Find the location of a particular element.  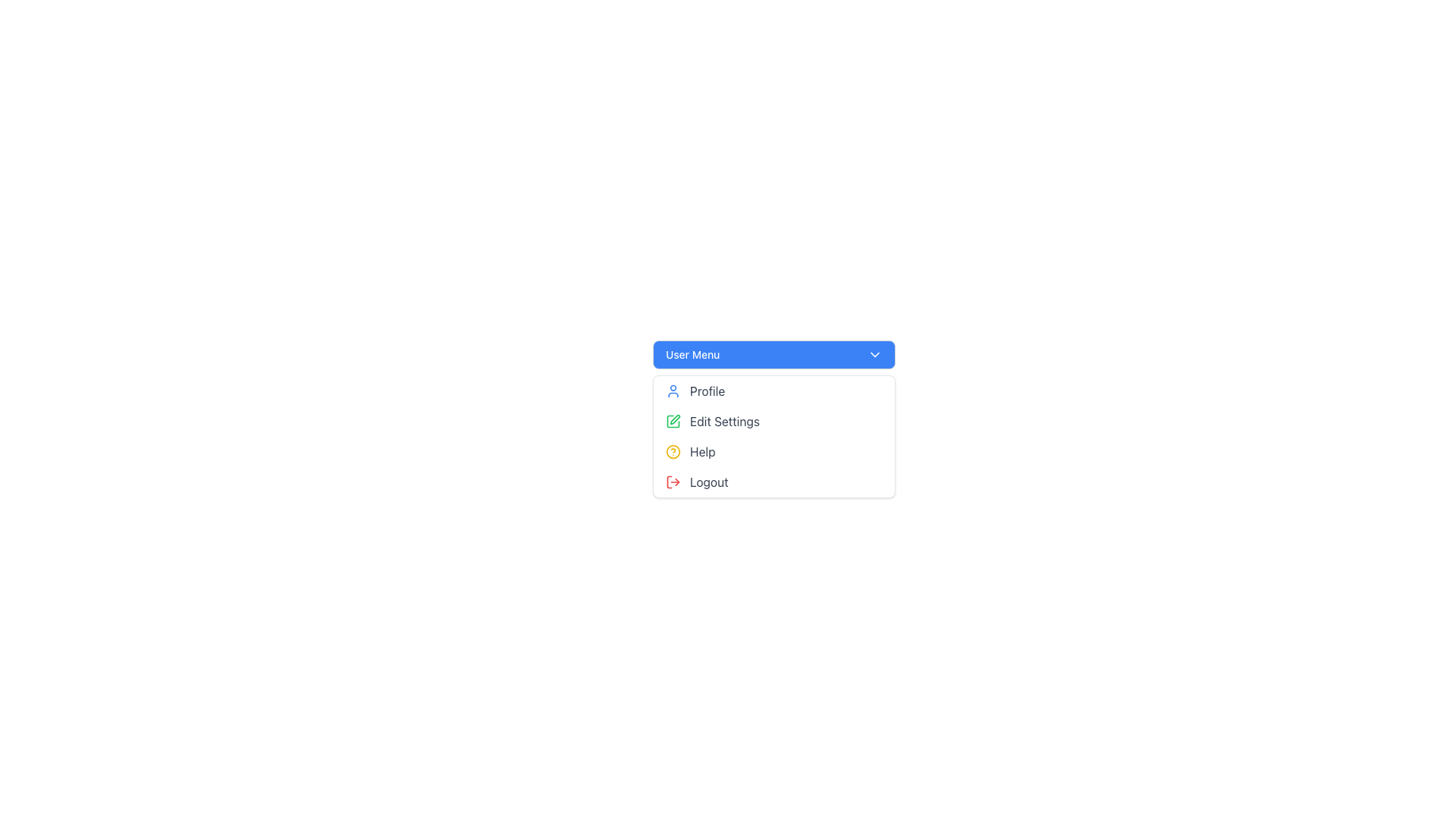

the settings button, which is the second item in the dropdown menu located below 'Profile' and above 'Help' is located at coordinates (774, 436).